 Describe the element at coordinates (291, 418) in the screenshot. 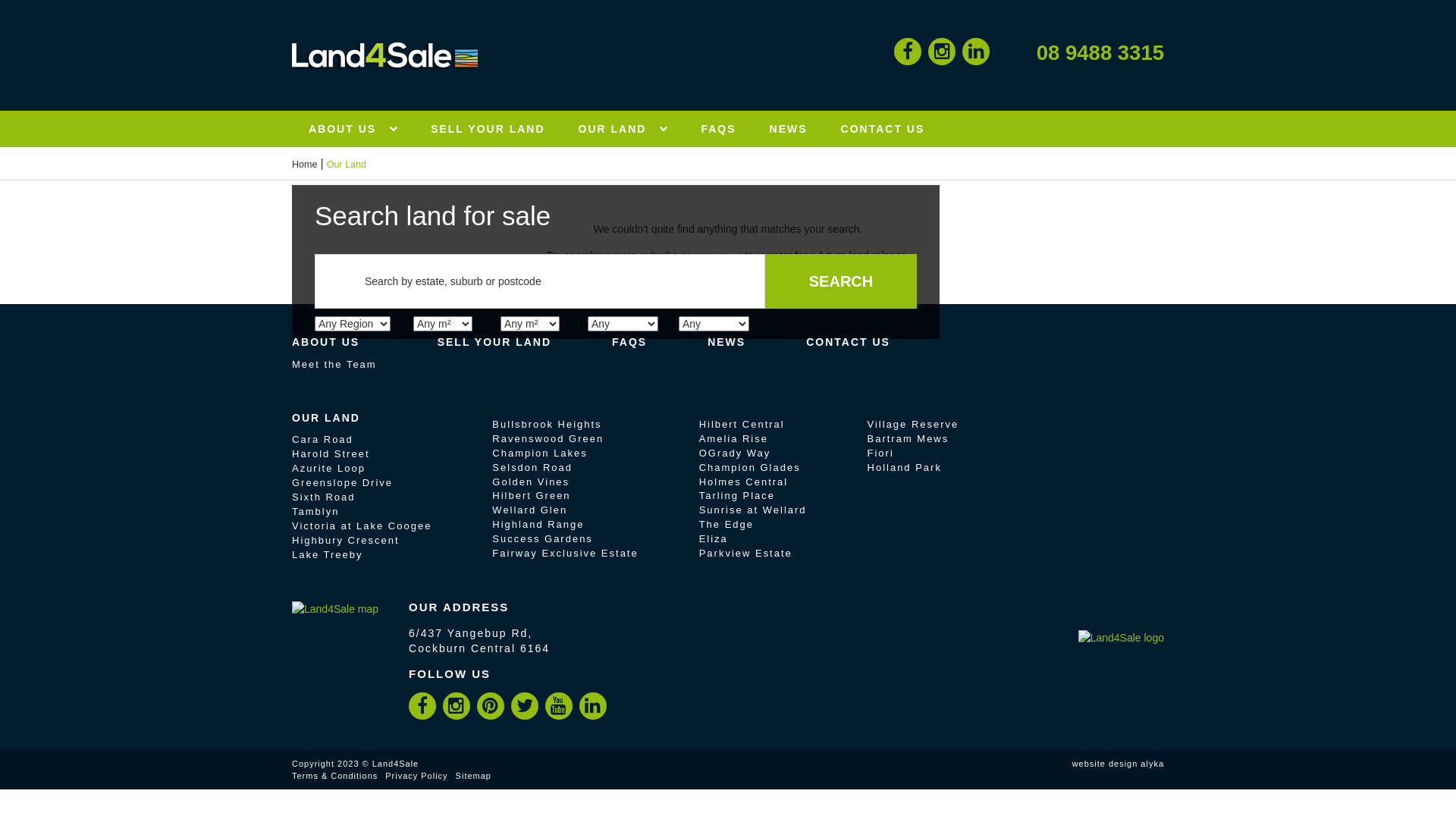

I see `'OUR LAND'` at that location.